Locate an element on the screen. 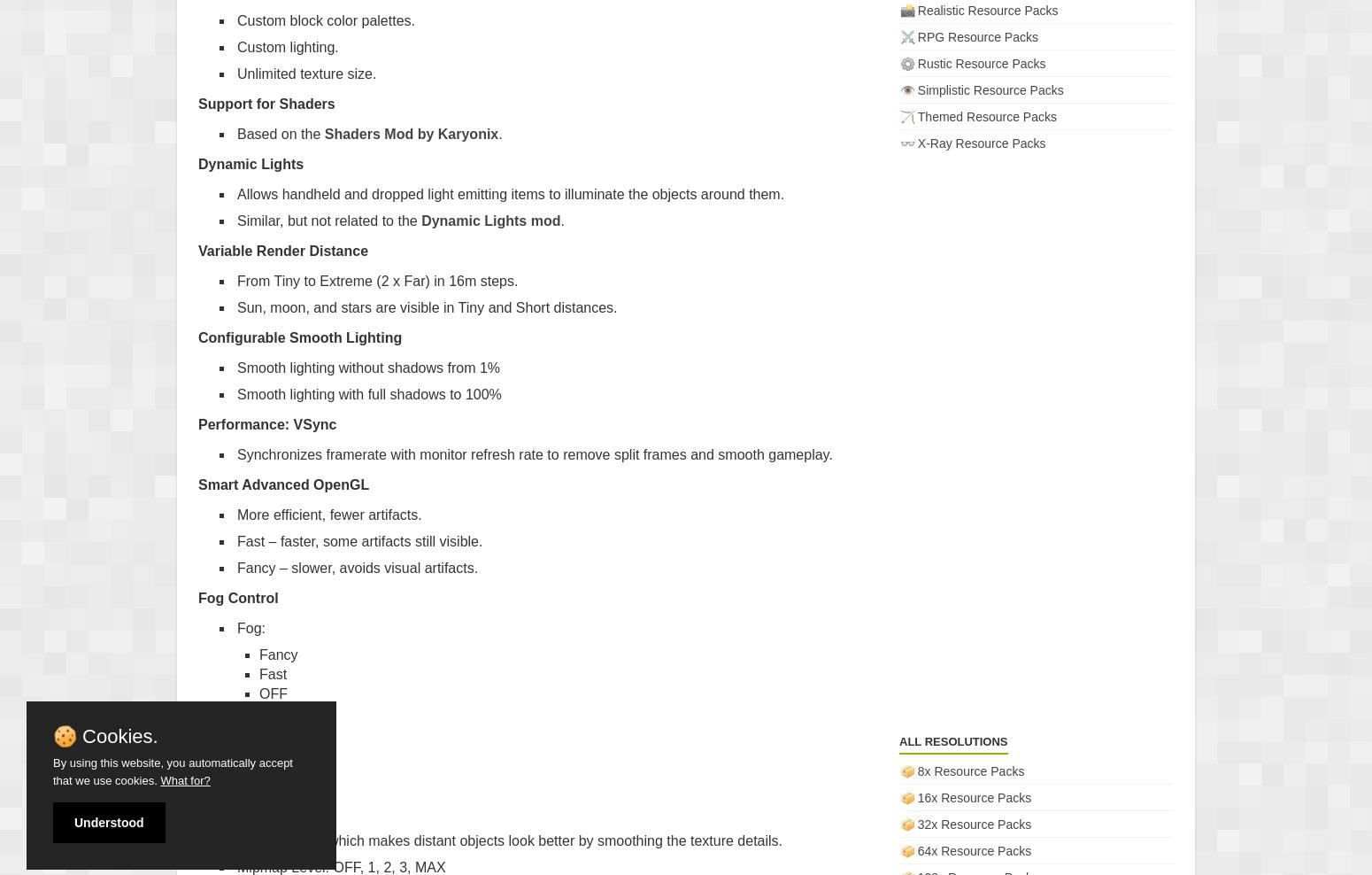  '8x Resource Packs' is located at coordinates (969, 770).